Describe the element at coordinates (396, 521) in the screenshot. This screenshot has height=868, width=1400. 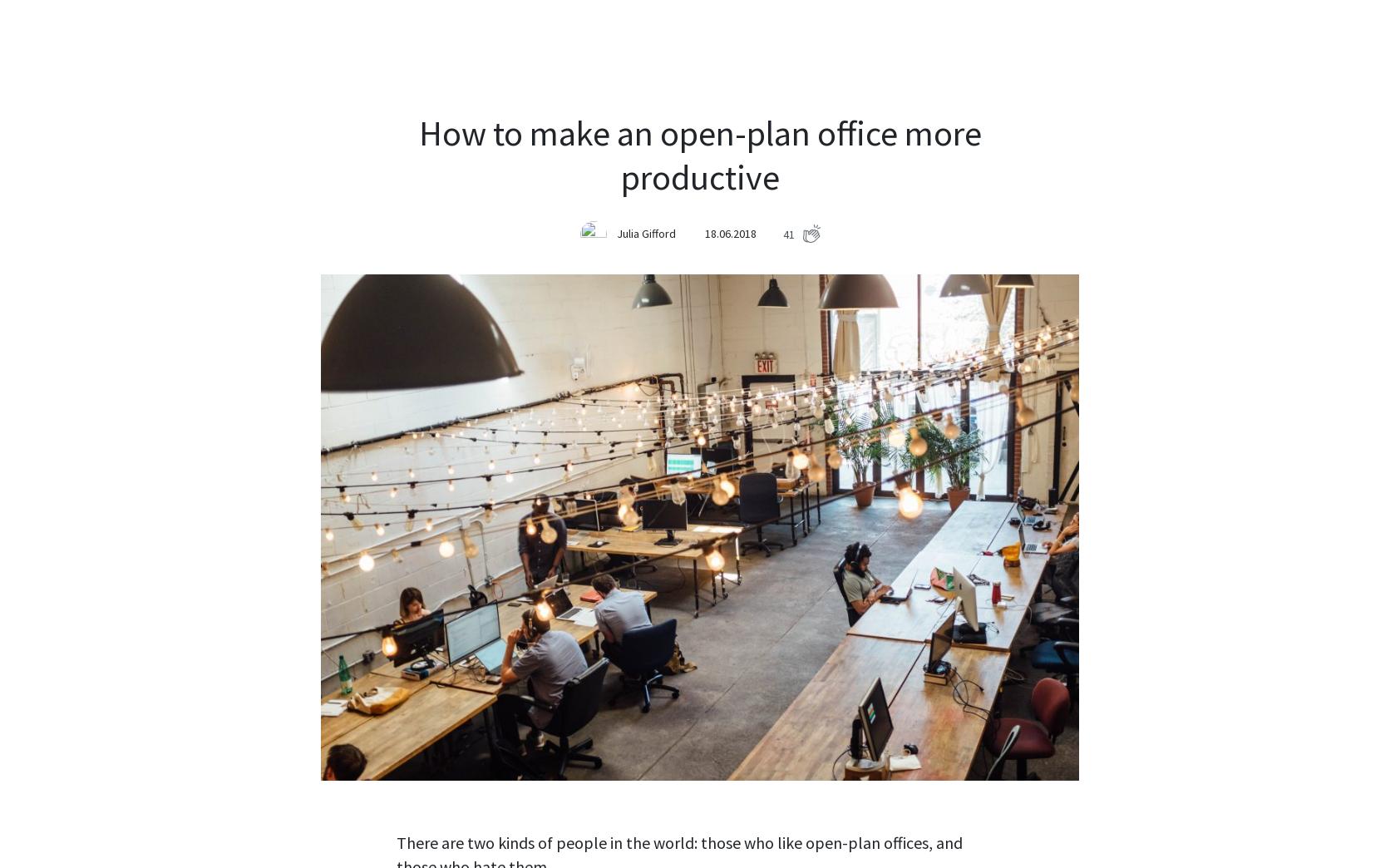
I see `'To mute these distracting daily office conversations, try putting on some neutral background music. Listening to music can help employees stay focused at tasks, instead of paying attention to surrounding conversations.'` at that location.